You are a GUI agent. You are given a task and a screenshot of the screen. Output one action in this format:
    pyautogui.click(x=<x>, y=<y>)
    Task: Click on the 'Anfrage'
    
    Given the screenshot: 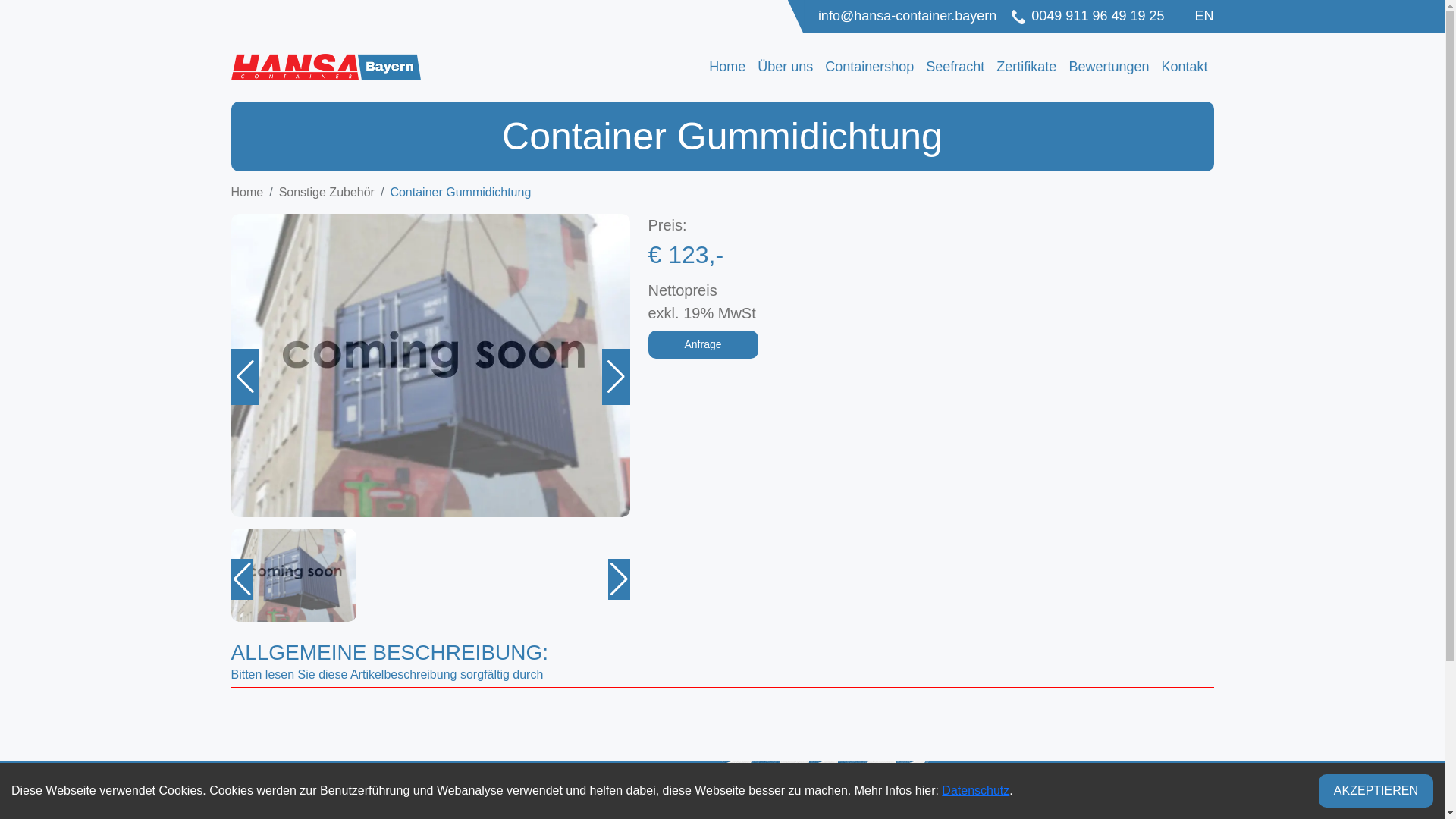 What is the action you would take?
    pyautogui.click(x=648, y=344)
    